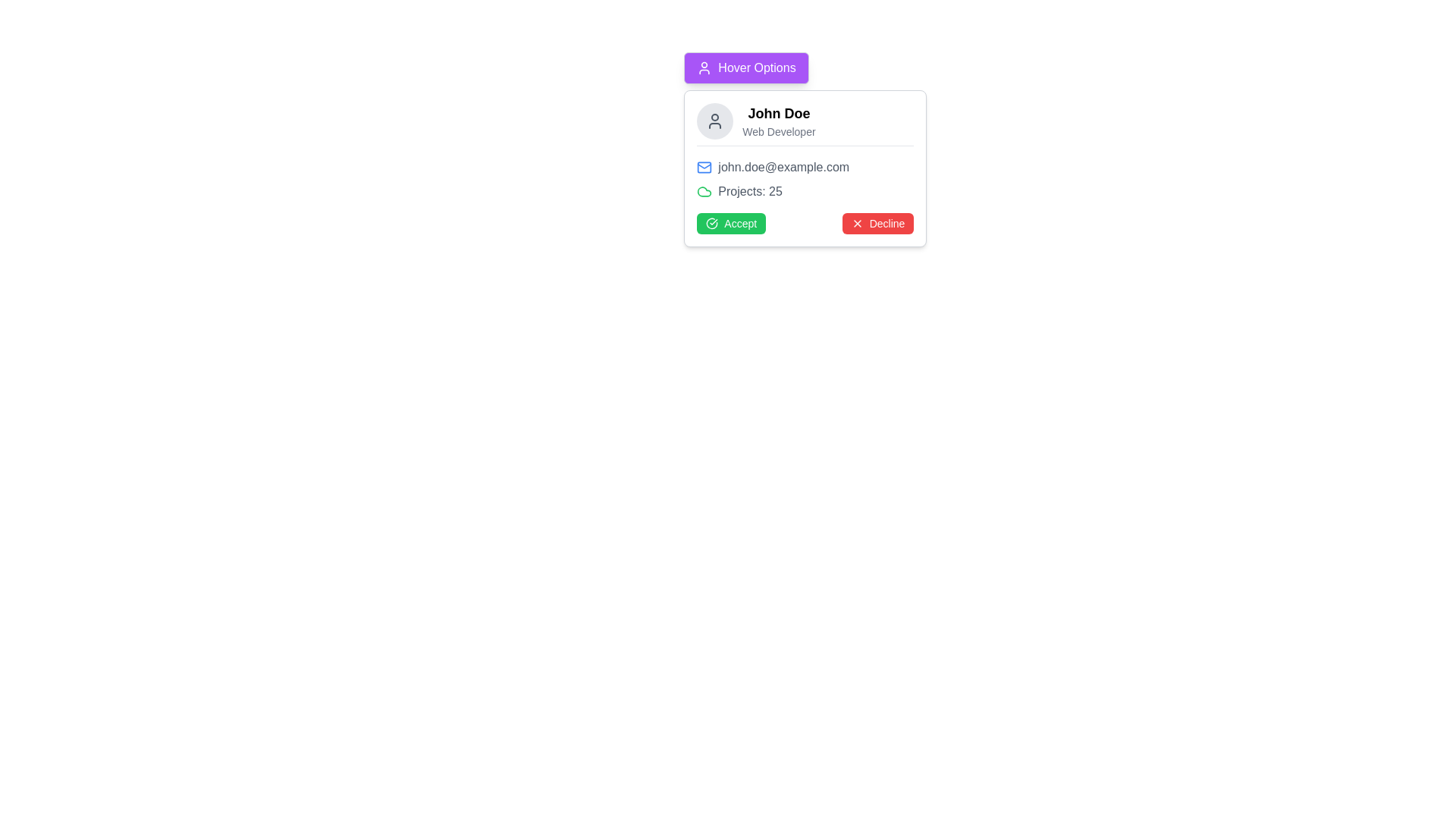 The image size is (1456, 819). What do you see at coordinates (805, 167) in the screenshot?
I see `the non-interactive display of the email address for the user 'John Doe', which is positioned in the upper half of the card component` at bounding box center [805, 167].